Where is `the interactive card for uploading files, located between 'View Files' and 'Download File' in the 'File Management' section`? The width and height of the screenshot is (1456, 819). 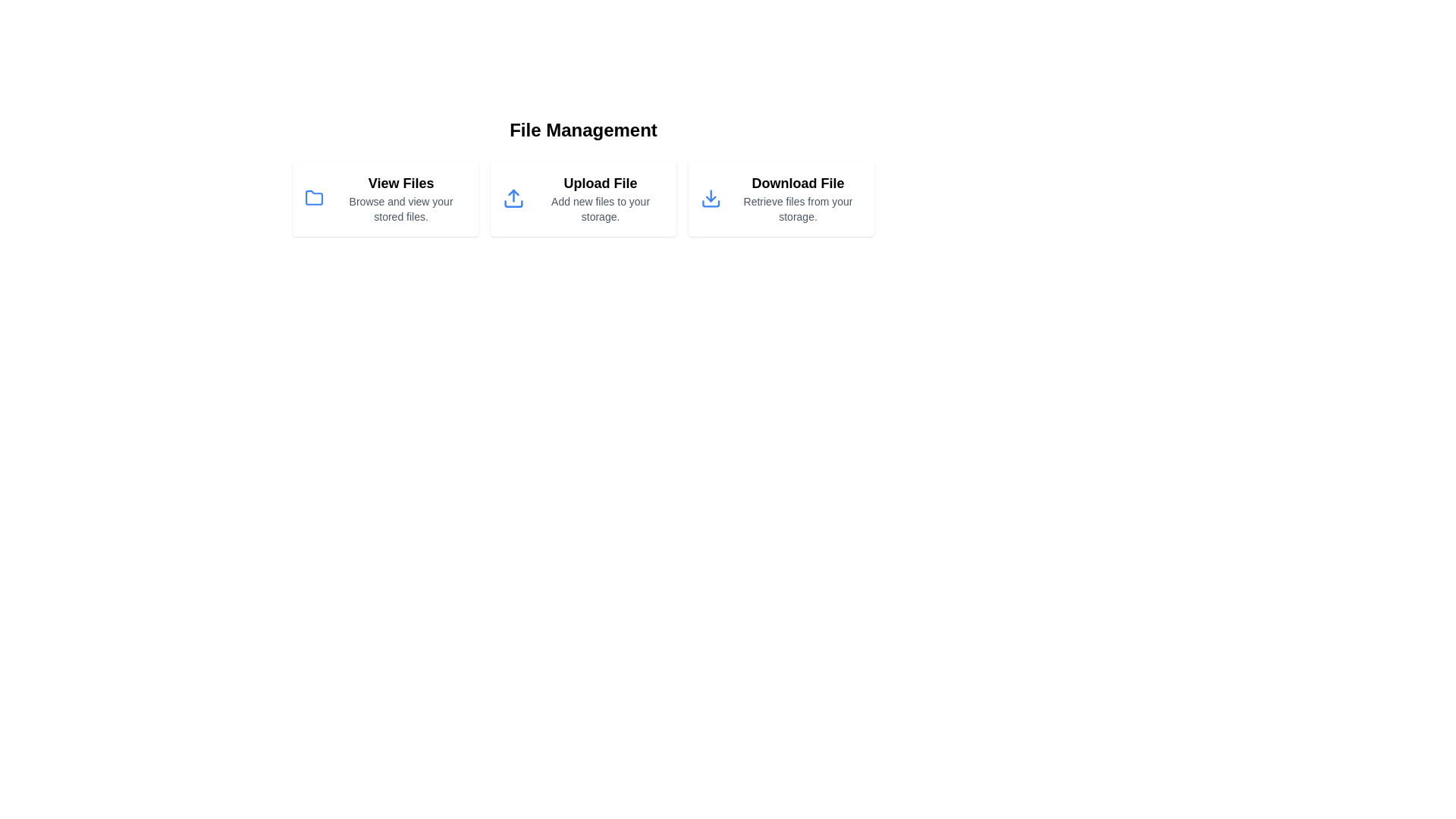
the interactive card for uploading files, located between 'View Files' and 'Download File' in the 'File Management' section is located at coordinates (582, 177).